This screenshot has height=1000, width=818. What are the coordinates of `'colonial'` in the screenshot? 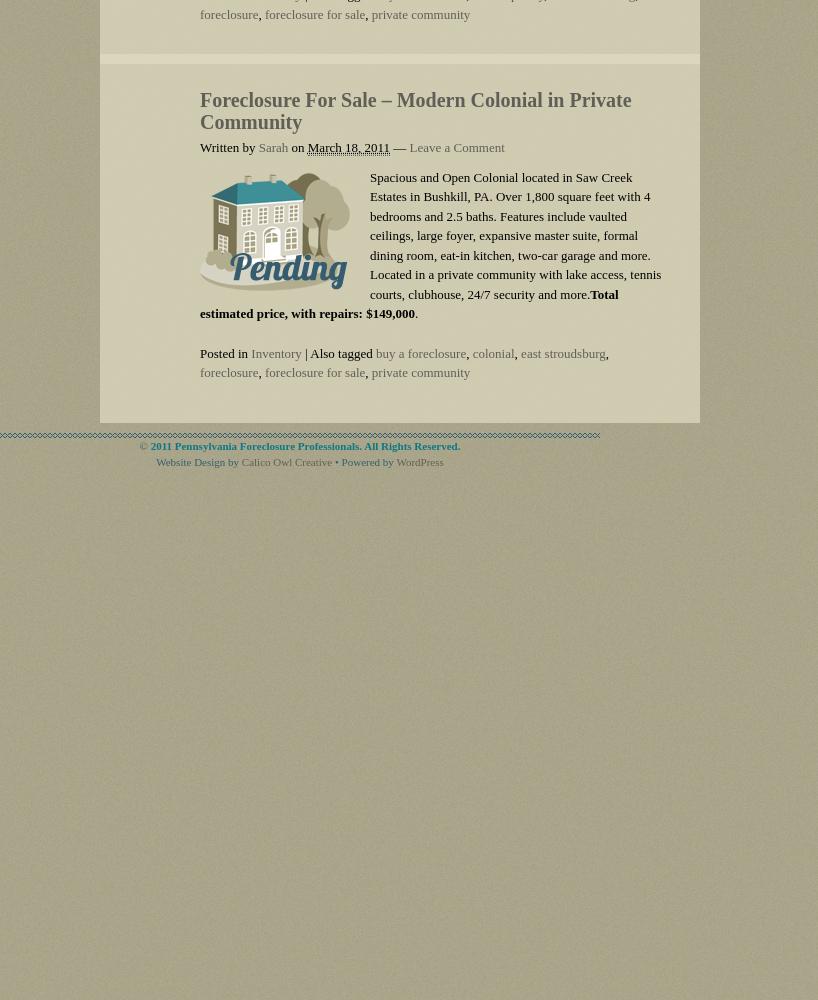 It's located at (493, 351).